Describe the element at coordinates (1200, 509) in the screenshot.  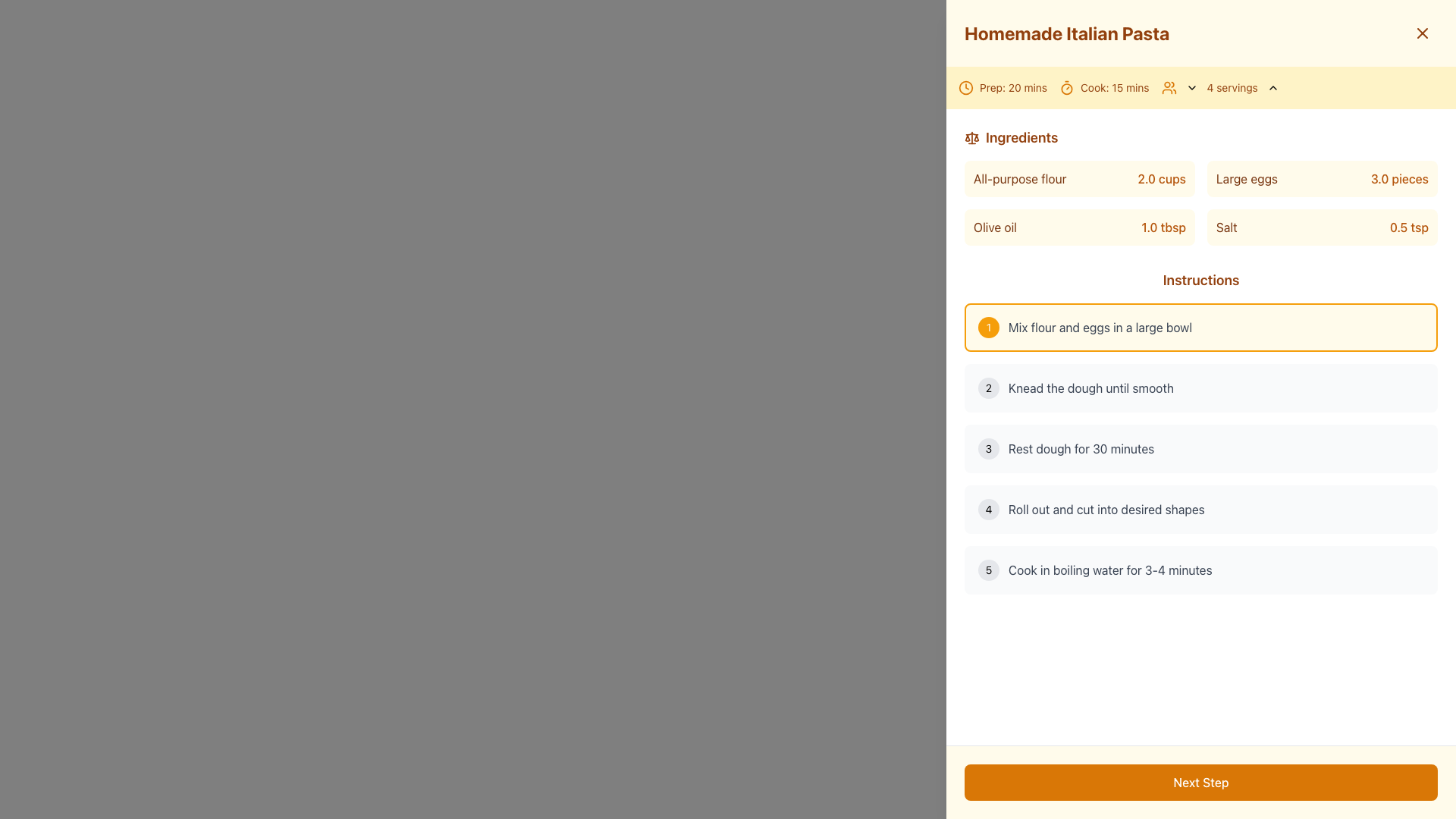
I see `the fourth instruction list item, which has a round icon with the number '4' and the text 'Roll out and cut into desired shapes'` at that location.